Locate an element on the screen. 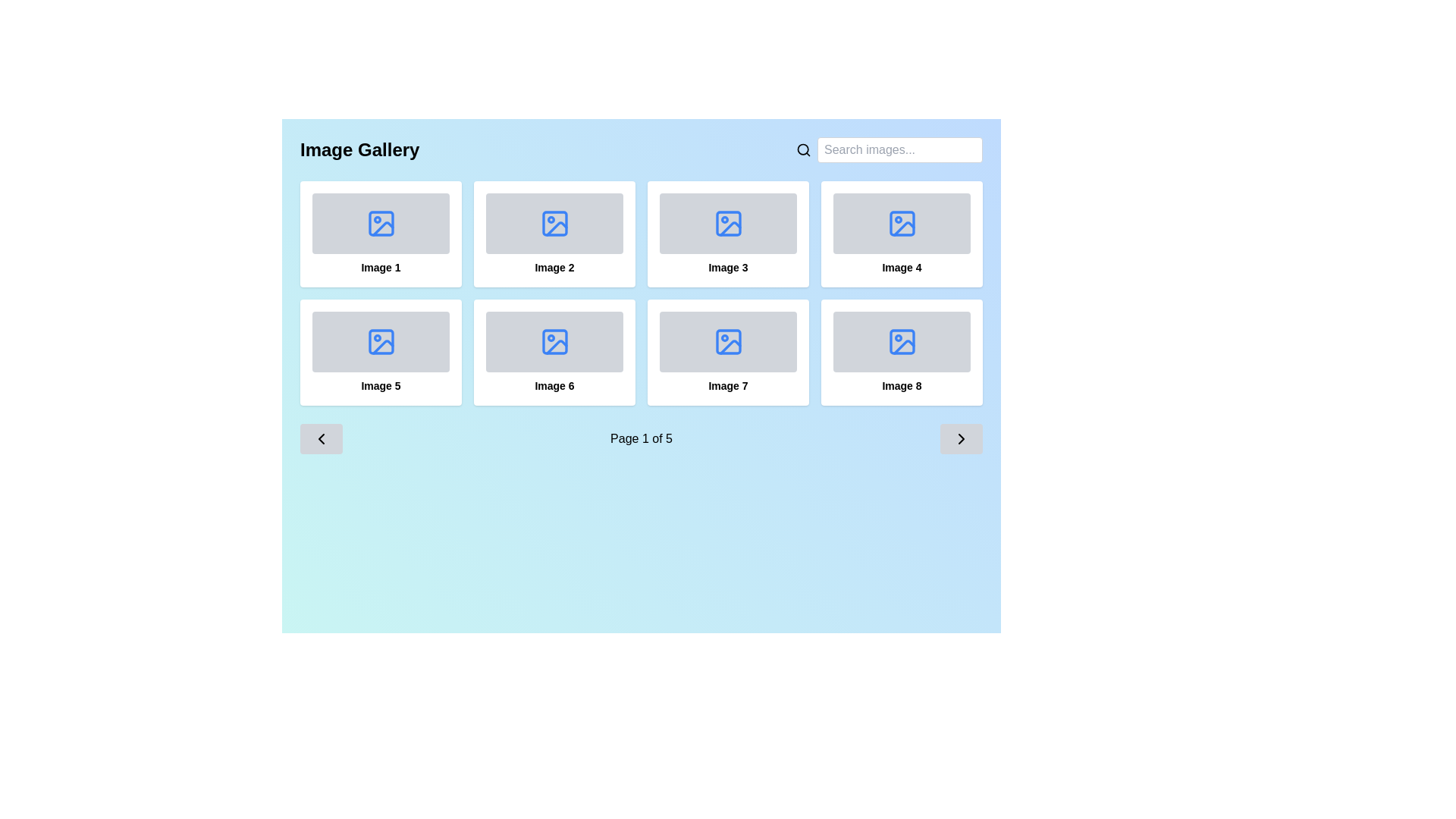  the fourth card in the grid layout, which features a centered blue image icon and the label 'Image 4' beneath it is located at coordinates (902, 234).